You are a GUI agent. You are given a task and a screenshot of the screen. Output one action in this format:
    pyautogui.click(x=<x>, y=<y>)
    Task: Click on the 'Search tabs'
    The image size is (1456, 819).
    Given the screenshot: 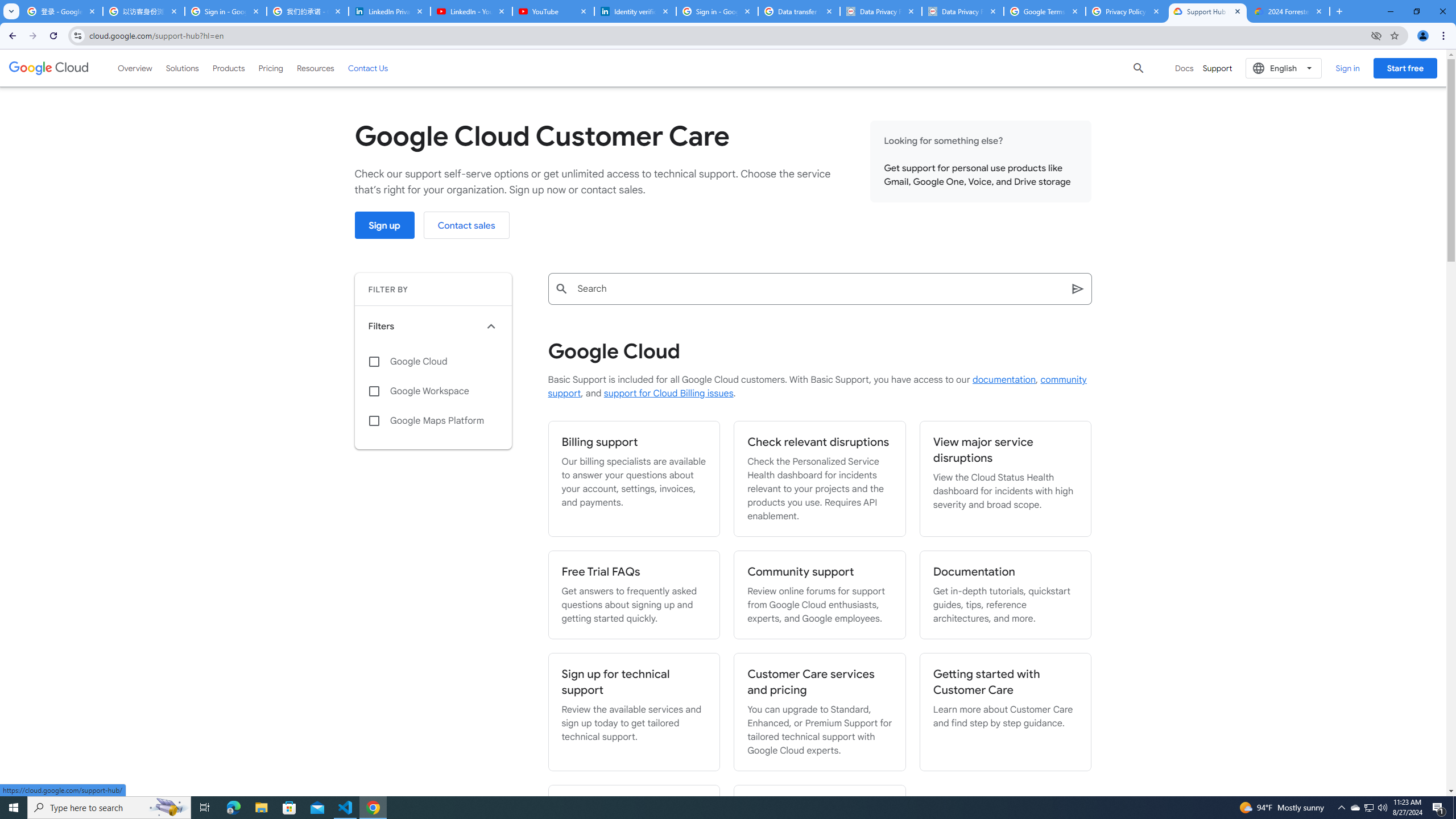 What is the action you would take?
    pyautogui.click(x=11, y=11)
    